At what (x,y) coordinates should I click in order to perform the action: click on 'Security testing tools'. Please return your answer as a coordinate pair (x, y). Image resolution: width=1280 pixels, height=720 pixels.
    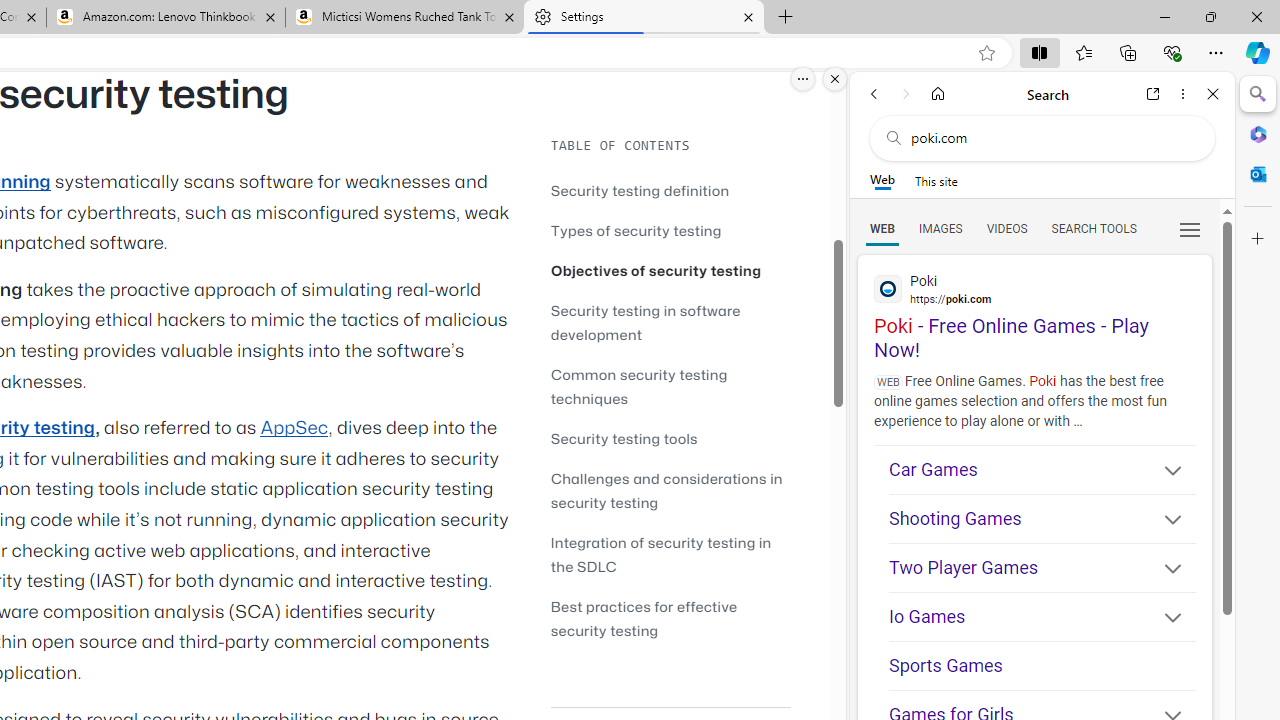
    Looking at the image, I should click on (670, 437).